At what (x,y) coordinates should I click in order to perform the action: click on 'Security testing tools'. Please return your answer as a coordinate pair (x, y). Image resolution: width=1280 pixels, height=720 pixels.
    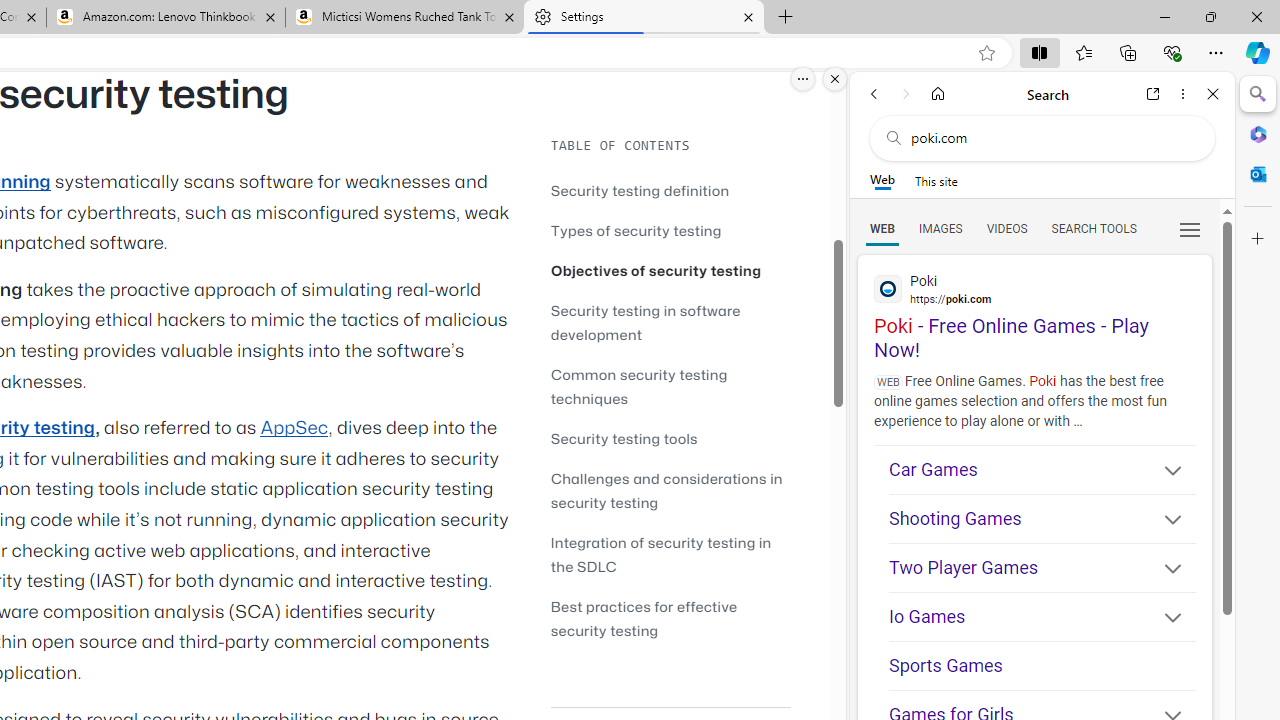
    Looking at the image, I should click on (670, 437).